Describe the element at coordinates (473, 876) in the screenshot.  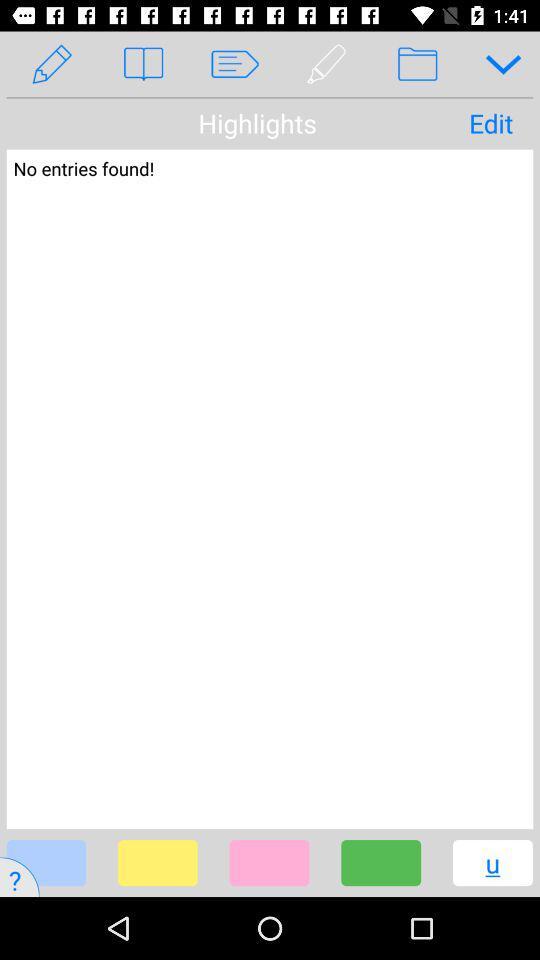
I see `underline icon which is at bottom of the page` at that location.